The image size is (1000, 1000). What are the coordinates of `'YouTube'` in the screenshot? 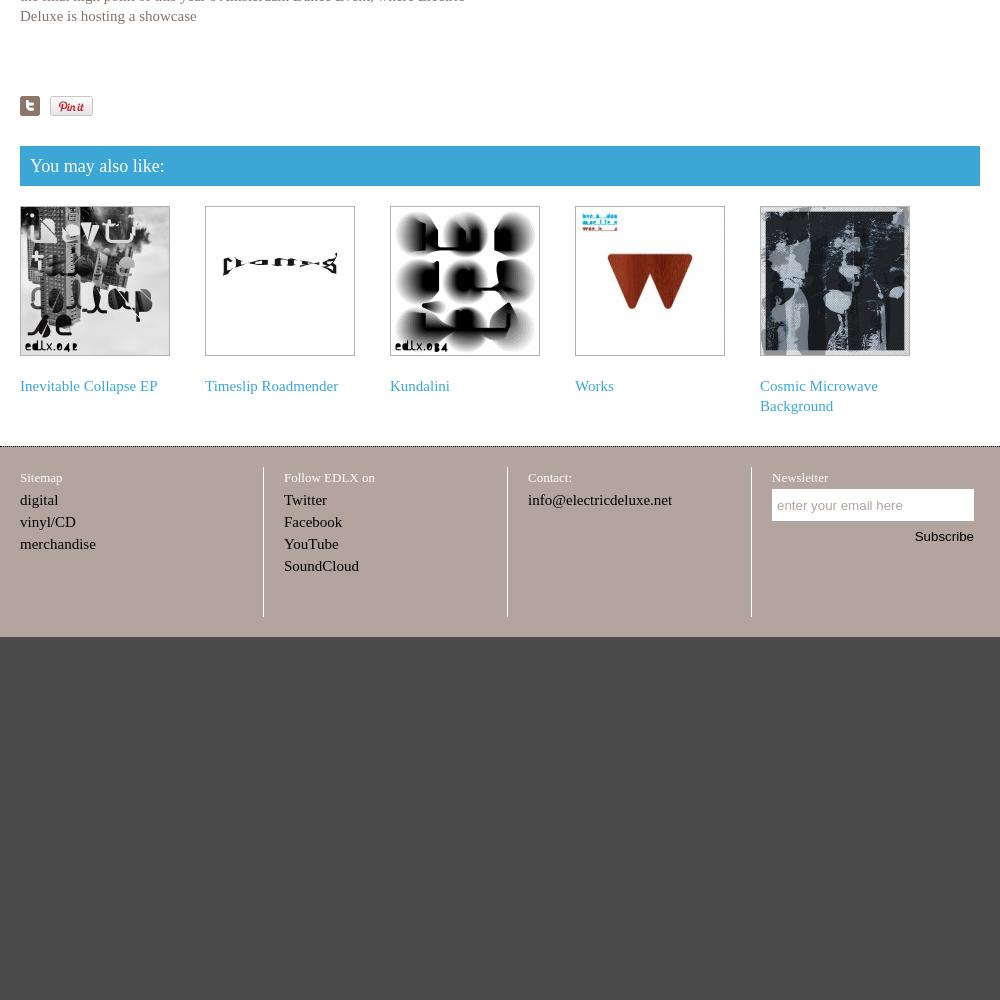 It's located at (284, 544).